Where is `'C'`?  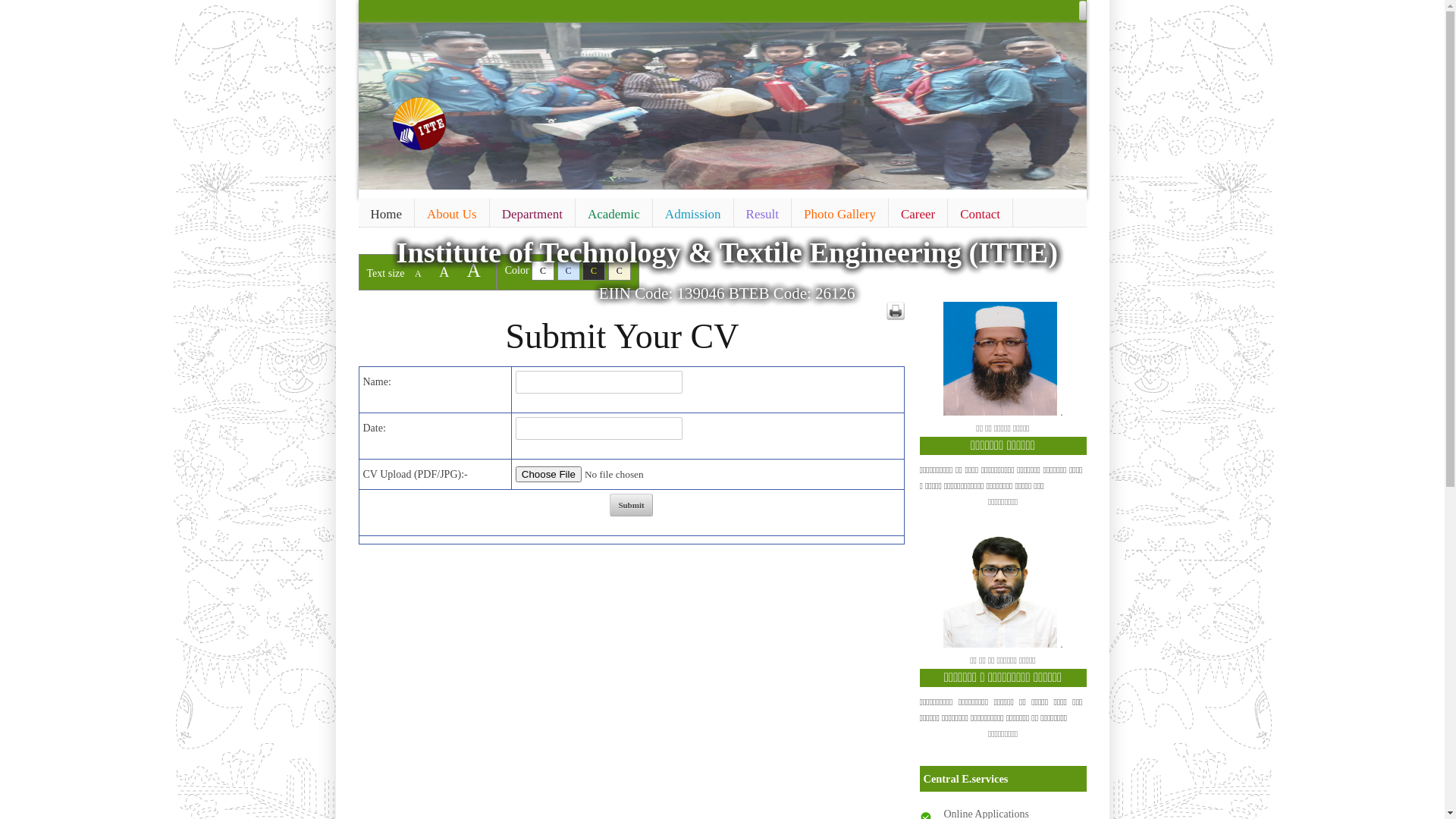
'C' is located at coordinates (619, 270).